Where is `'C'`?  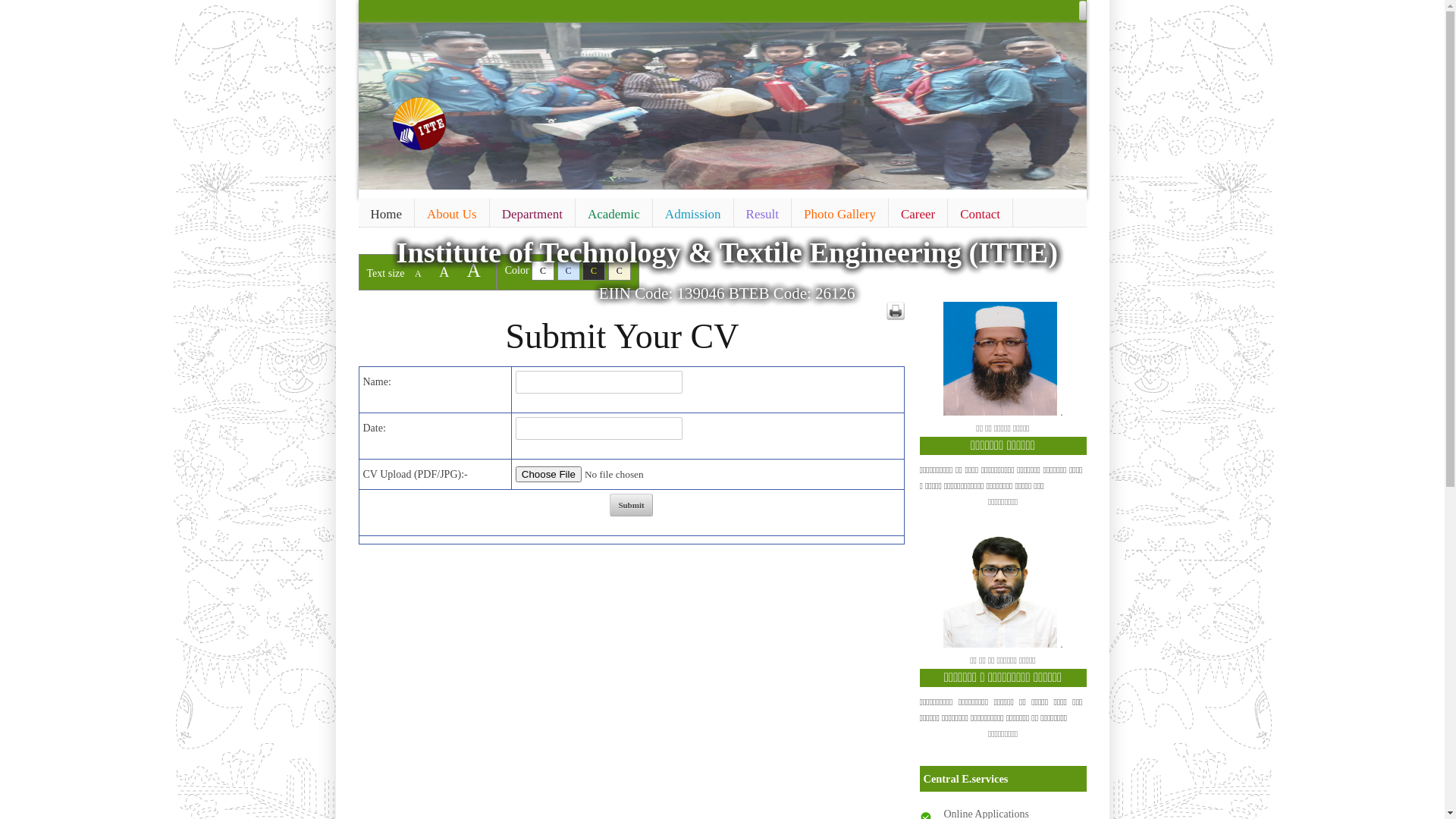
'C' is located at coordinates (619, 270).